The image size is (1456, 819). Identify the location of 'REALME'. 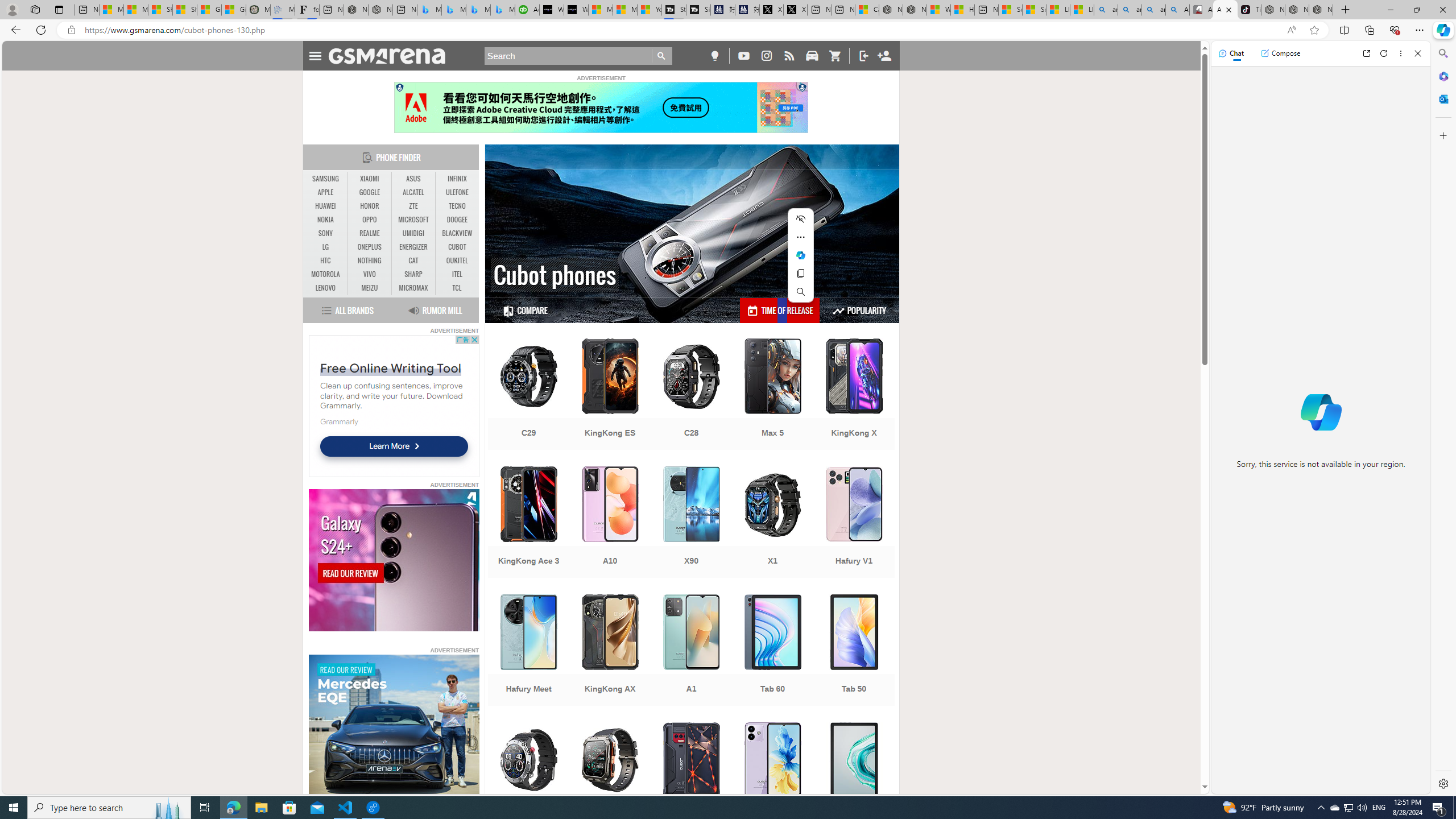
(369, 233).